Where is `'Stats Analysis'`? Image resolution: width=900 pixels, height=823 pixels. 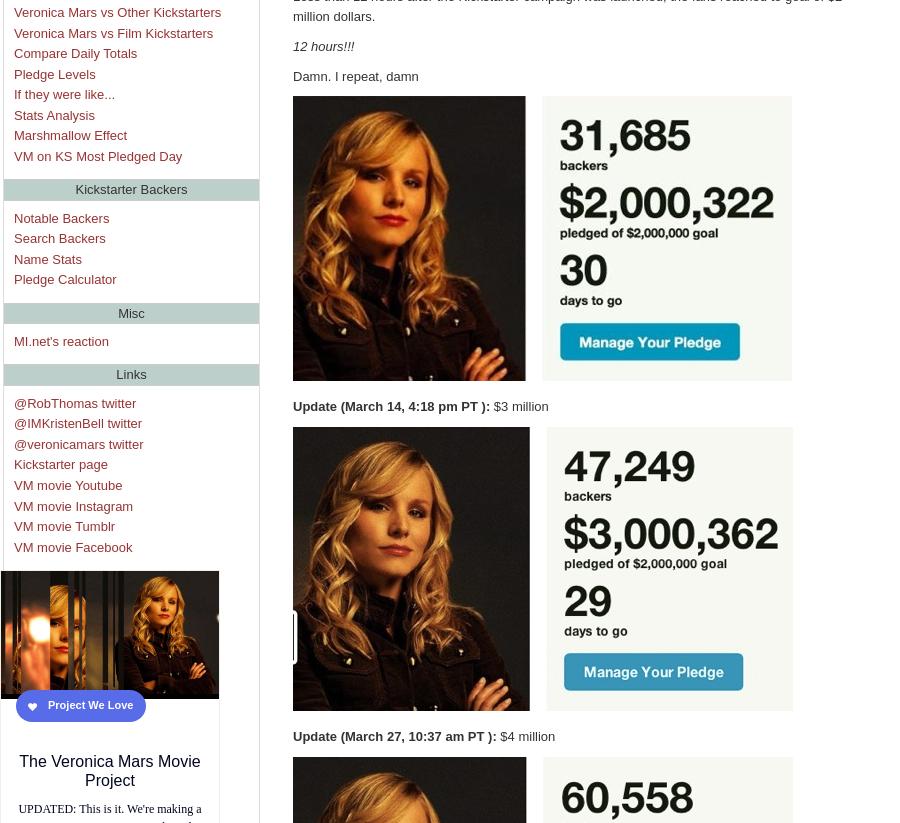 'Stats Analysis' is located at coordinates (53, 114).